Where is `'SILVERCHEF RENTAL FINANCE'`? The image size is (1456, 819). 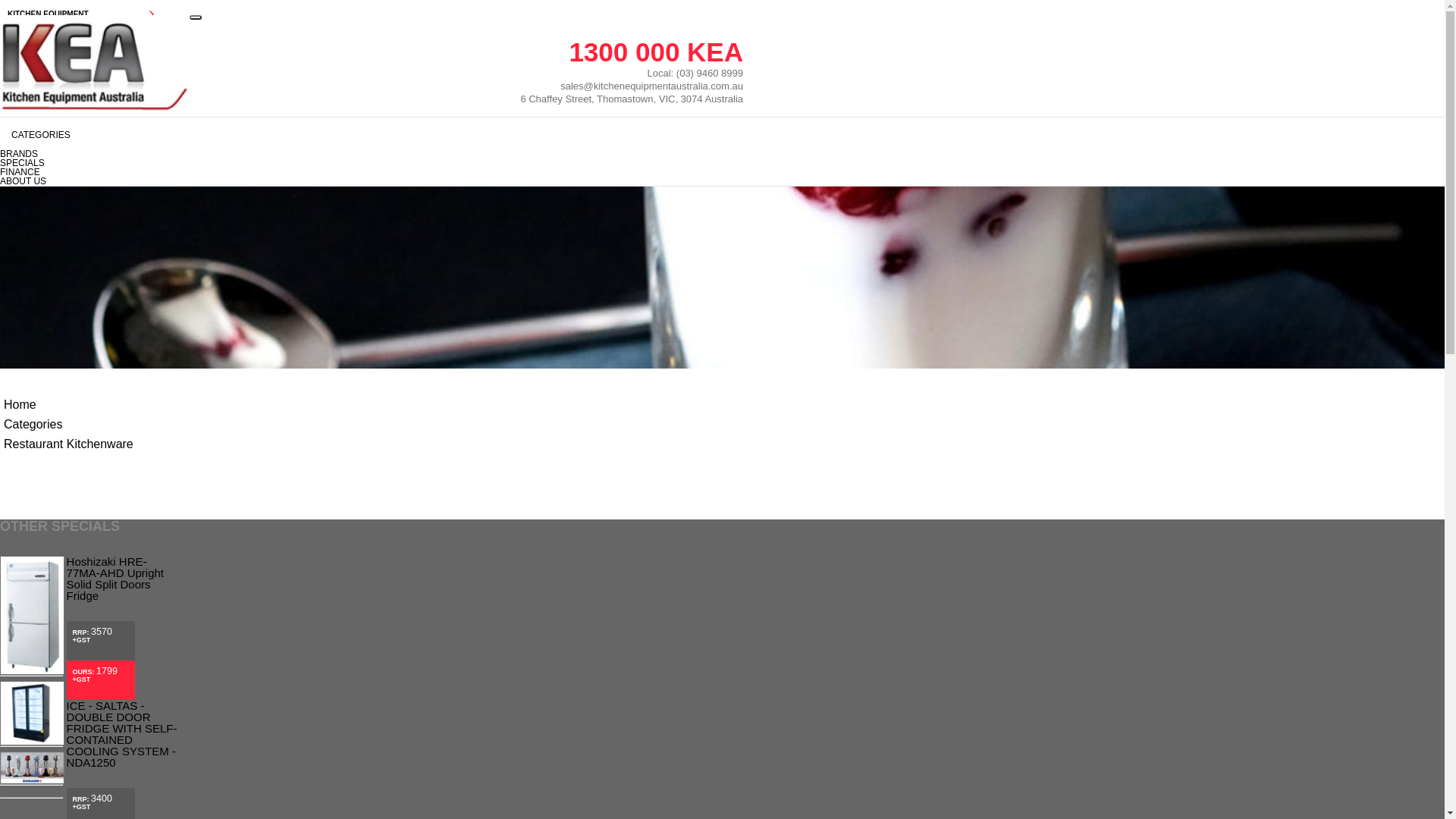 'SILVERCHEF RENTAL FINANCE' is located at coordinates (83, 519).